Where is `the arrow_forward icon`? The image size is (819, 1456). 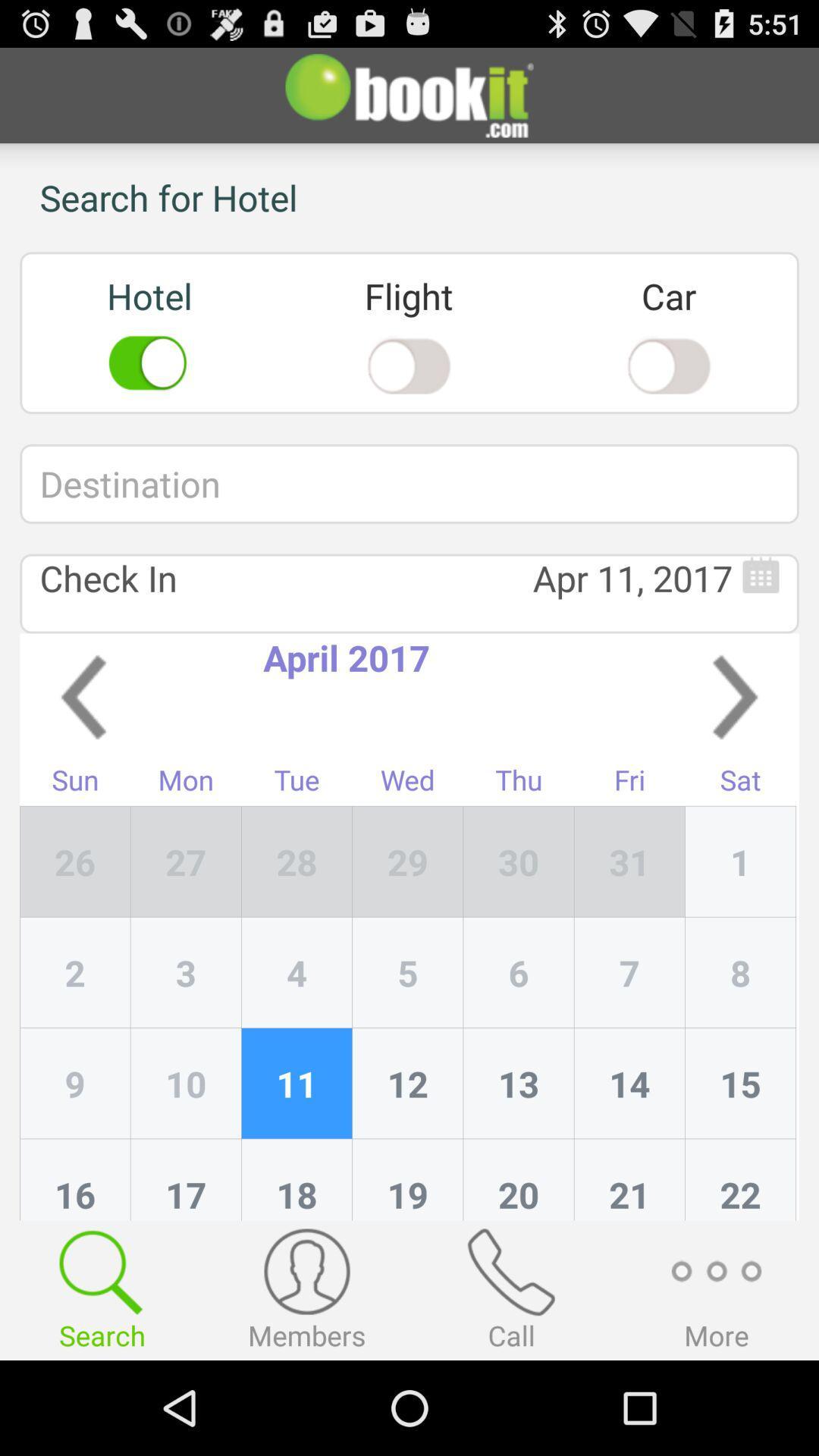
the arrow_forward icon is located at coordinates (734, 745).